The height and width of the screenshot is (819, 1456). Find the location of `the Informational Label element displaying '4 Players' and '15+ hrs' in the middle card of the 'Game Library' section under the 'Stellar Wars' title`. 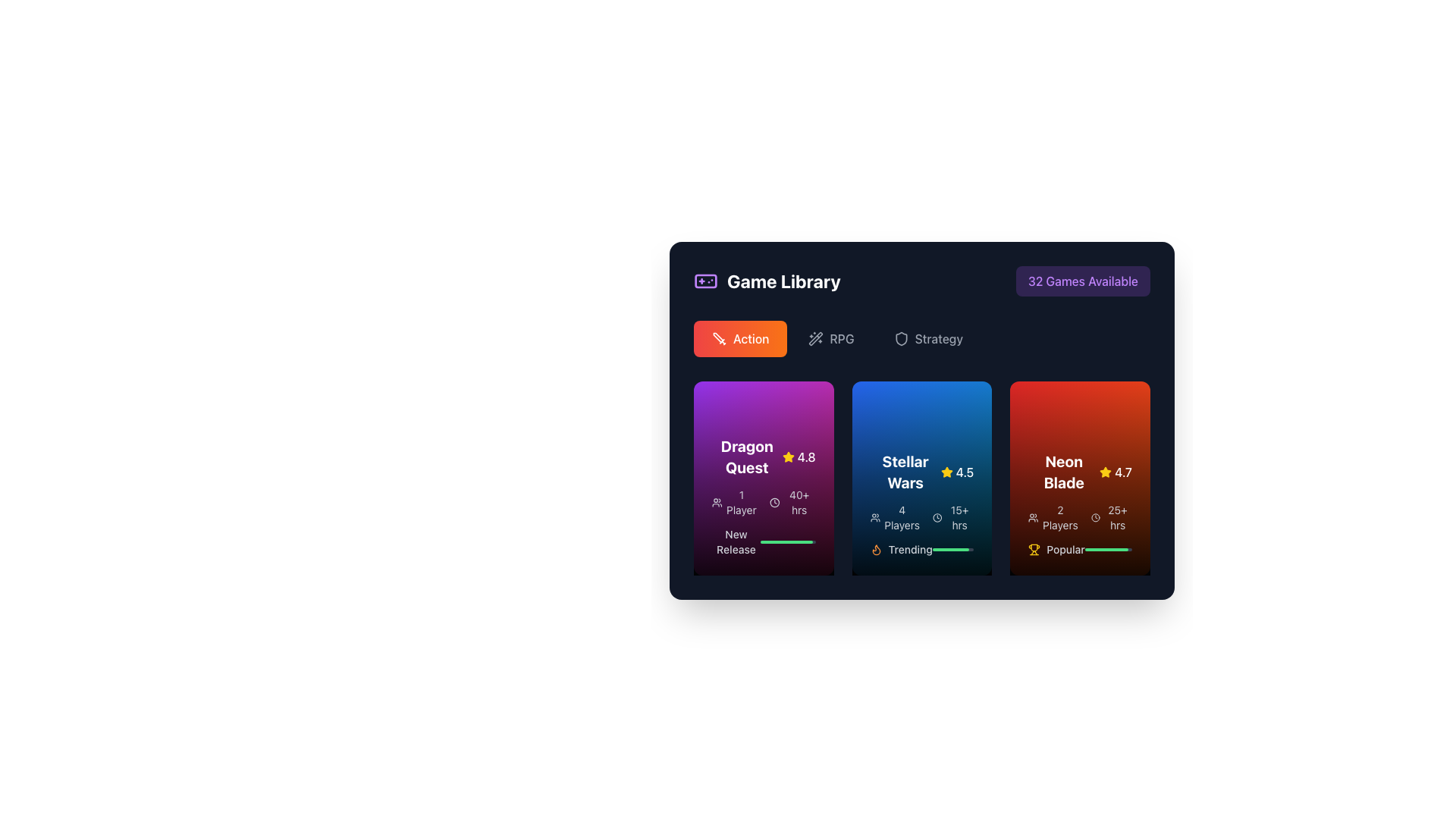

the Informational Label element displaying '4 Players' and '15+ hrs' in the middle card of the 'Game Library' section under the 'Stellar Wars' title is located at coordinates (921, 516).